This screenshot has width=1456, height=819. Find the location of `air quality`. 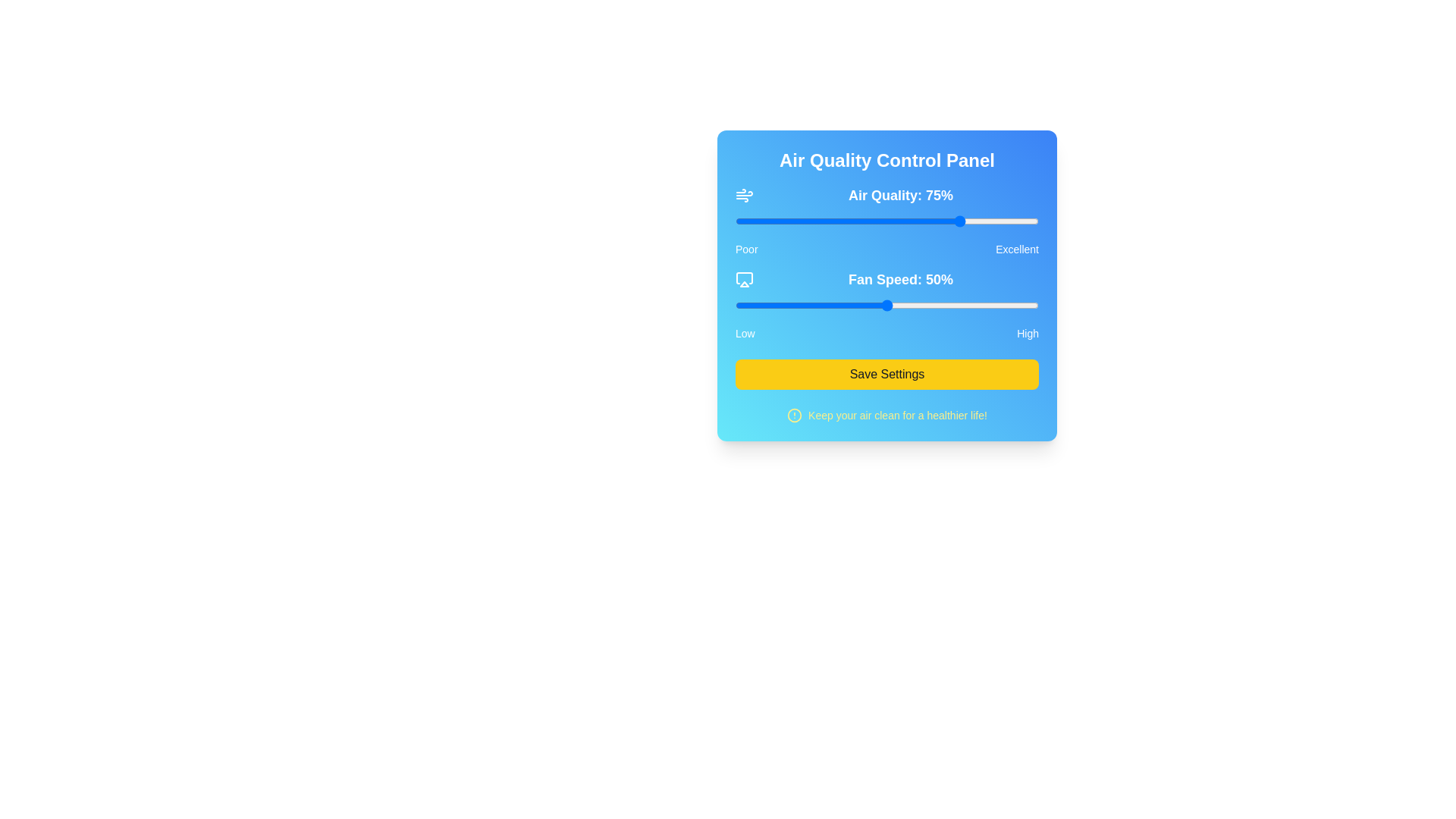

air quality is located at coordinates (778, 221).